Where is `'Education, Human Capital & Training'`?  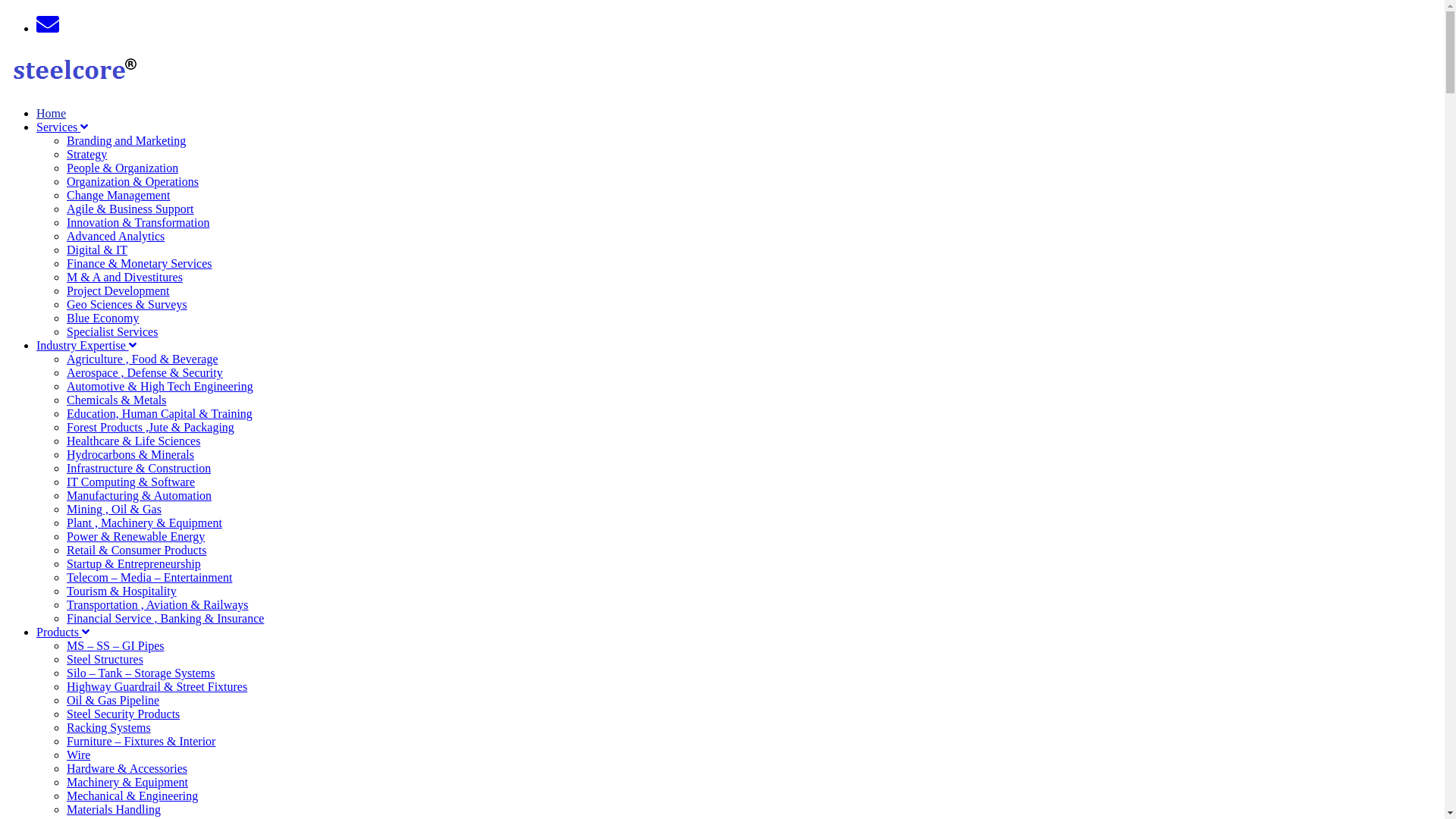 'Education, Human Capital & Training' is located at coordinates (159, 413).